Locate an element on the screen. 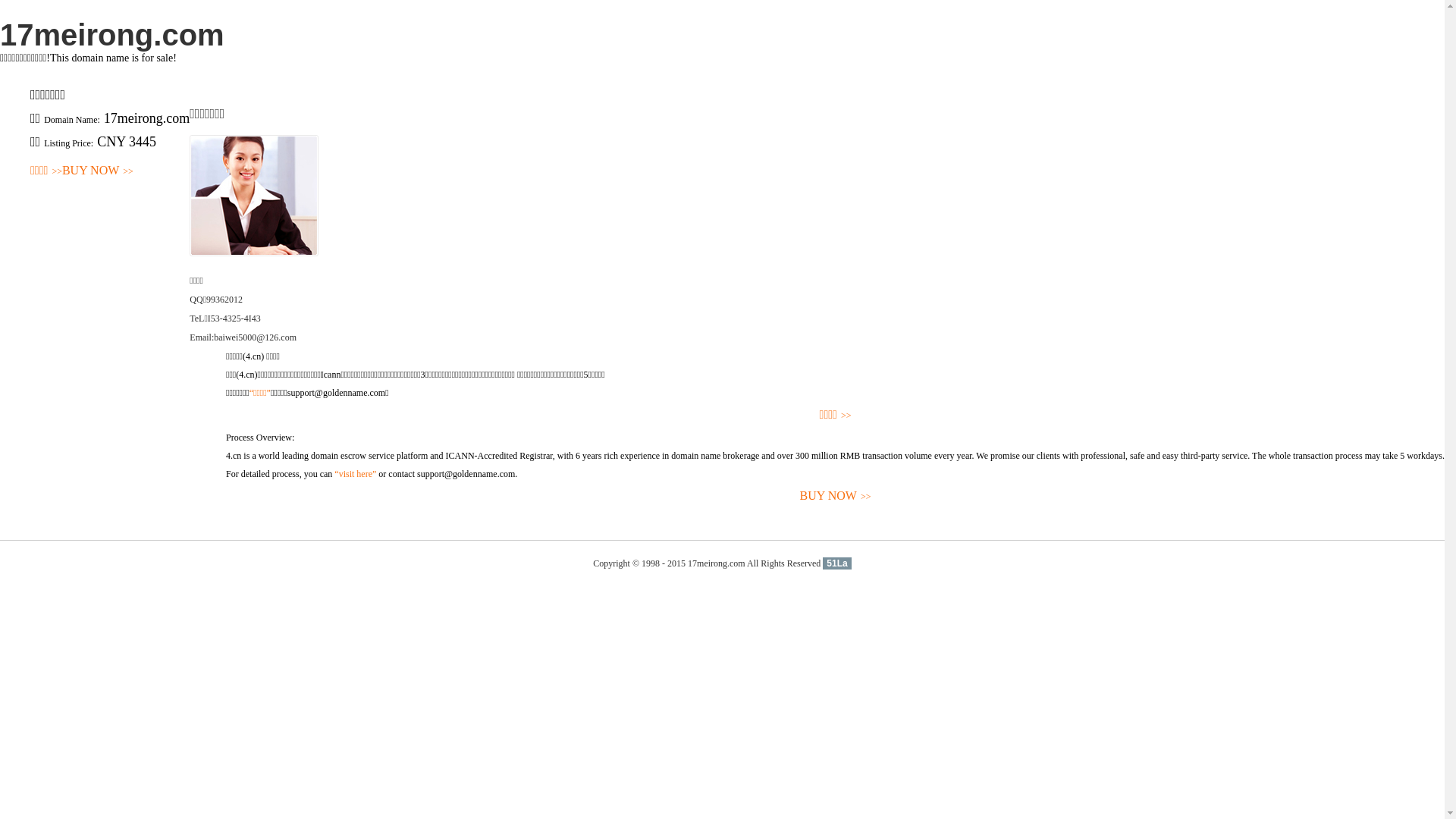  'BUY NOW>>' is located at coordinates (834, 496).